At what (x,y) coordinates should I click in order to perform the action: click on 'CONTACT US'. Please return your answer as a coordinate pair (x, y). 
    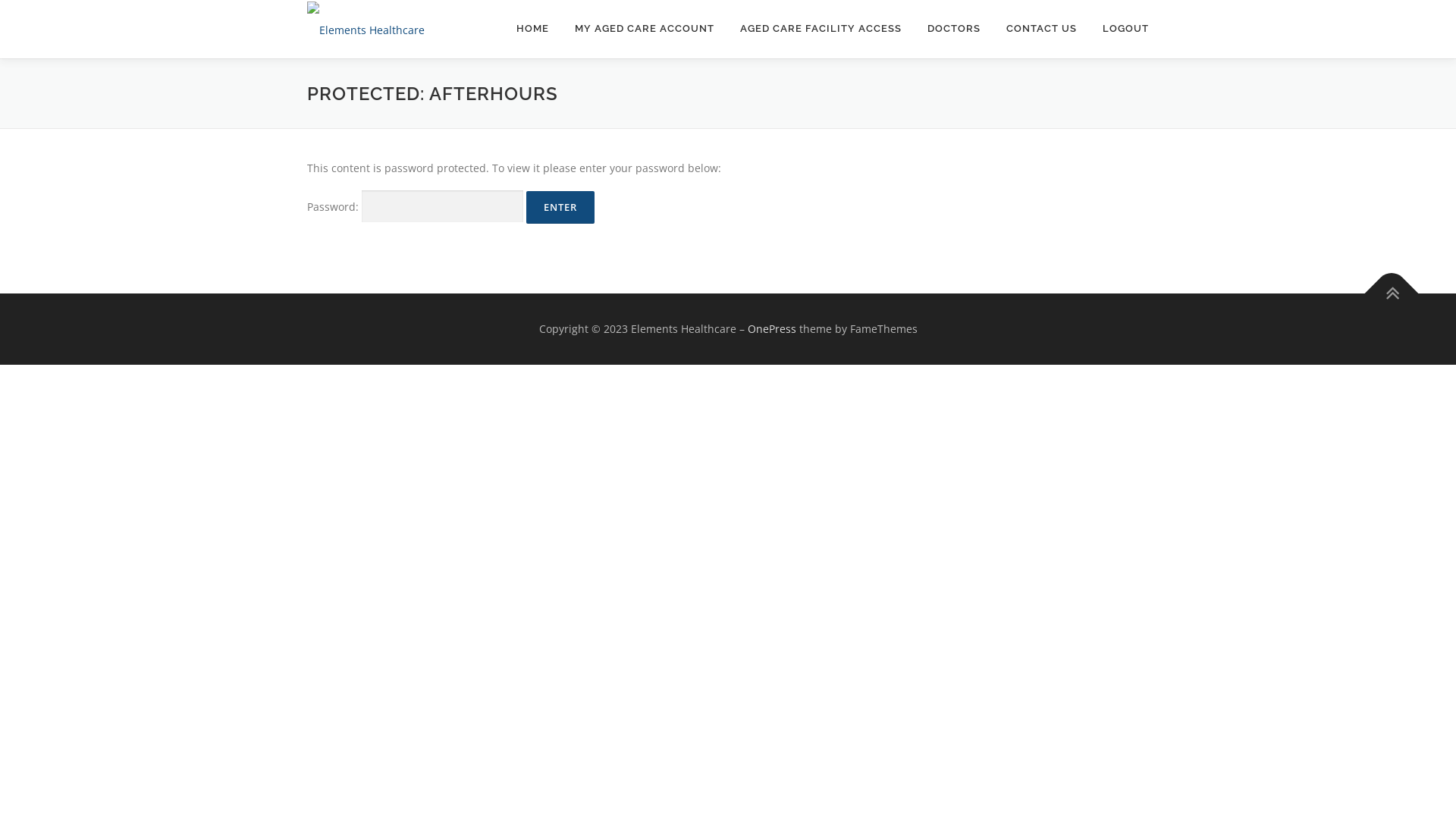
    Looking at the image, I should click on (1040, 28).